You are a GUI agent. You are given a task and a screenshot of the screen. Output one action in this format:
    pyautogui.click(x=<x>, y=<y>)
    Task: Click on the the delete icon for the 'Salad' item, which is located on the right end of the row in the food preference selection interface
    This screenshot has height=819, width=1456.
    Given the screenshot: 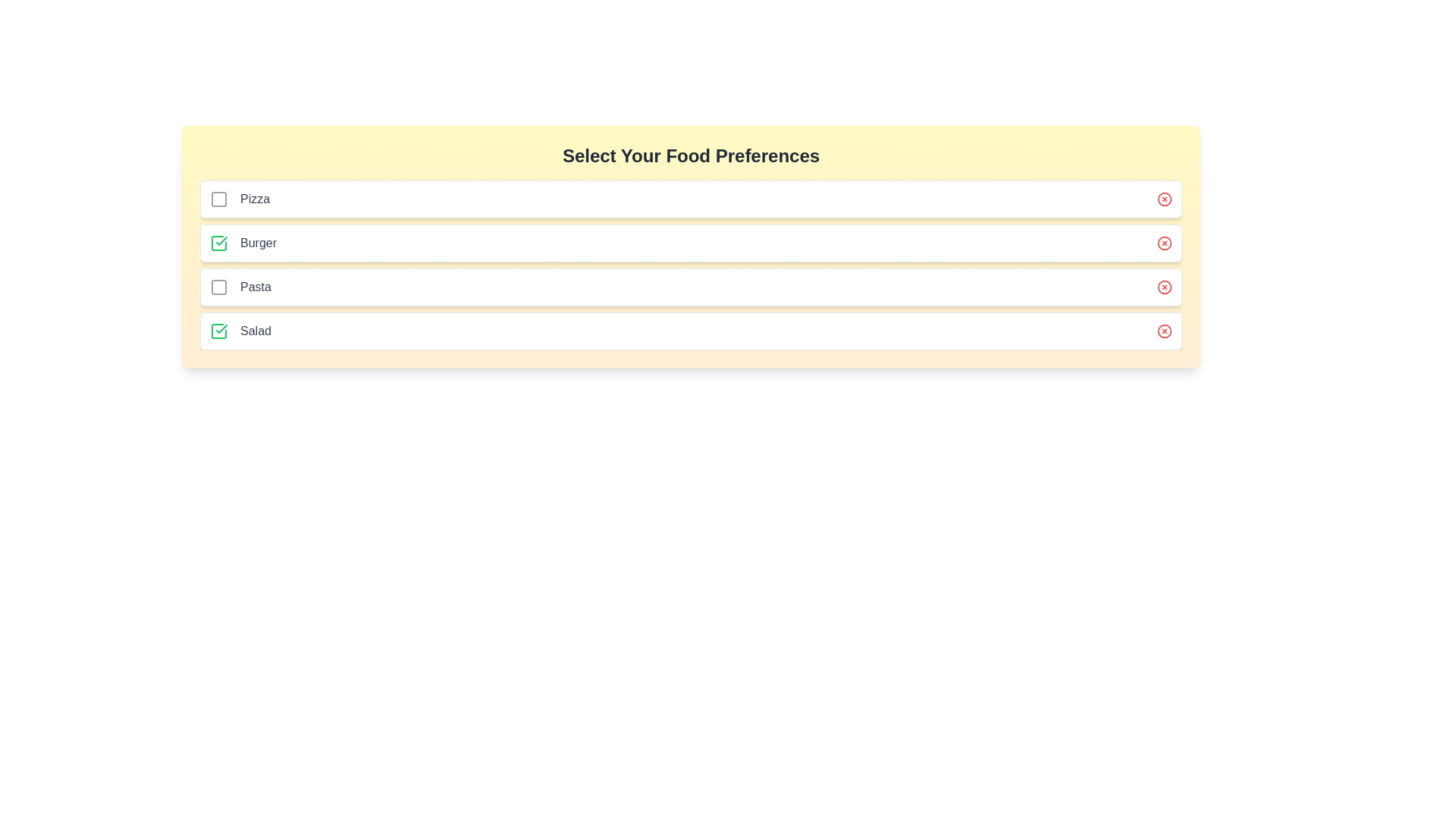 What is the action you would take?
    pyautogui.click(x=1164, y=330)
    